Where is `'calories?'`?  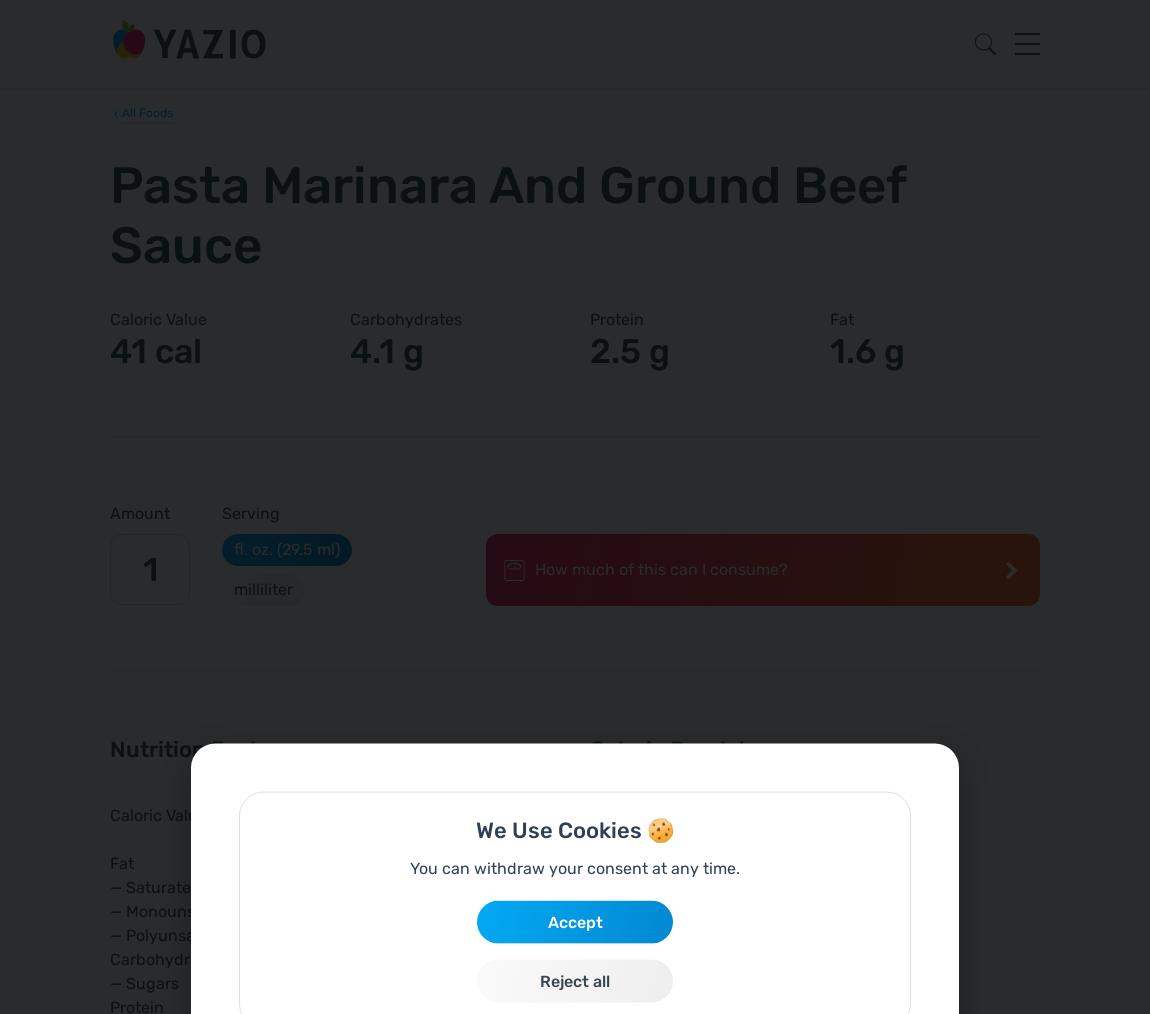 'calories?' is located at coordinates (796, 975).